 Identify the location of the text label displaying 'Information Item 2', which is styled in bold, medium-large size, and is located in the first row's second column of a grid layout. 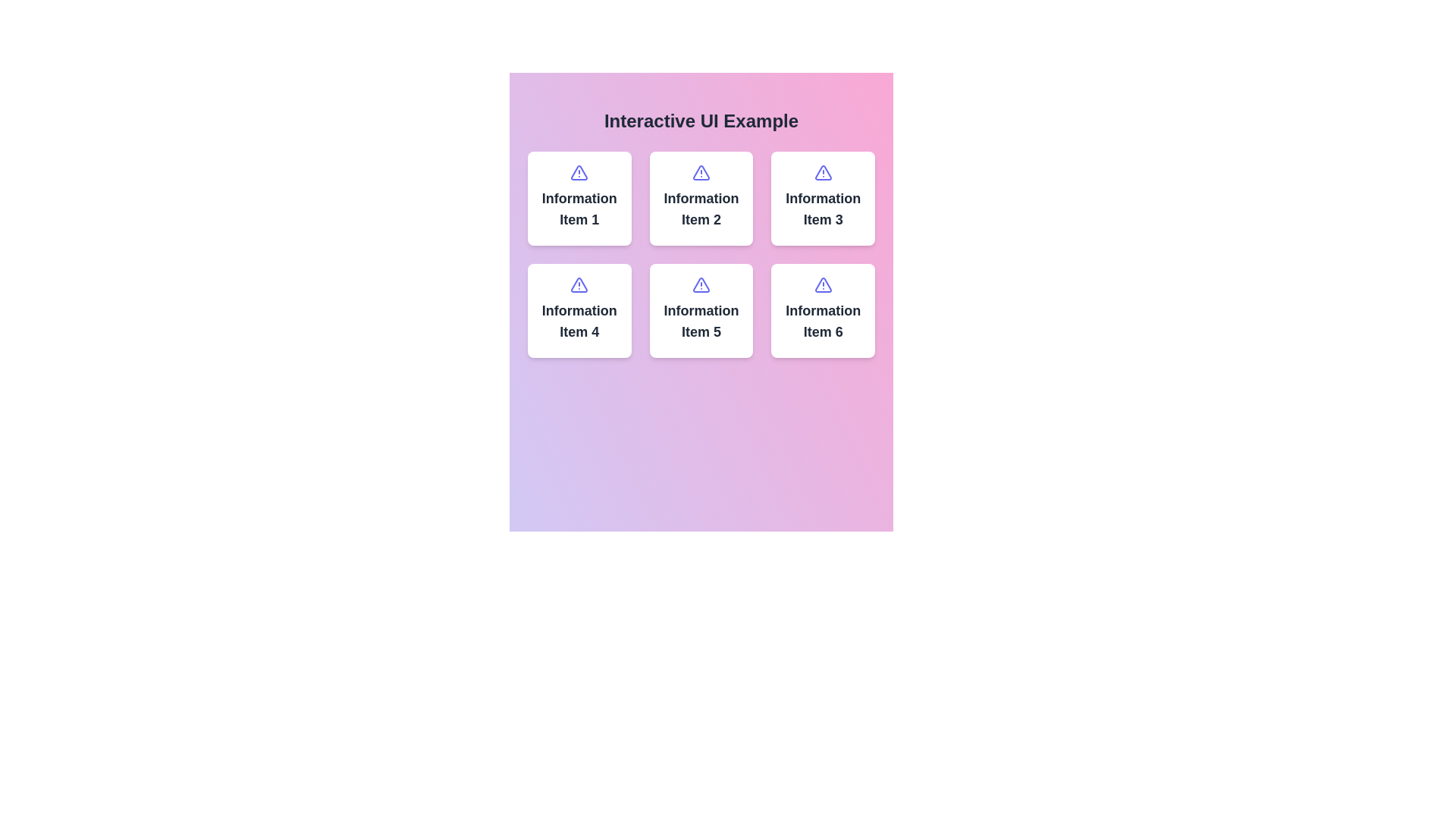
(701, 209).